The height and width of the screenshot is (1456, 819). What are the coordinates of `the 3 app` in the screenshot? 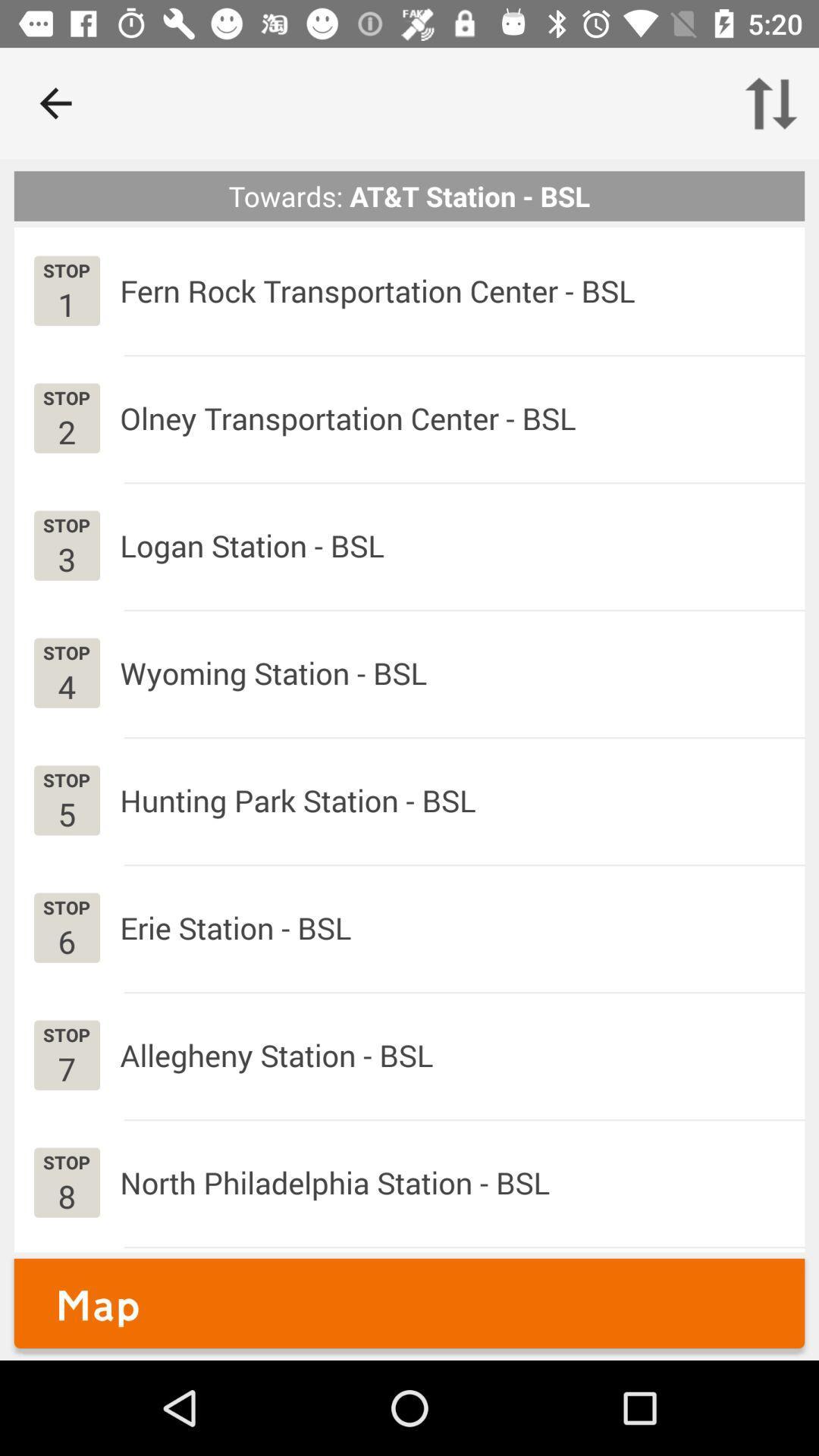 It's located at (66, 558).